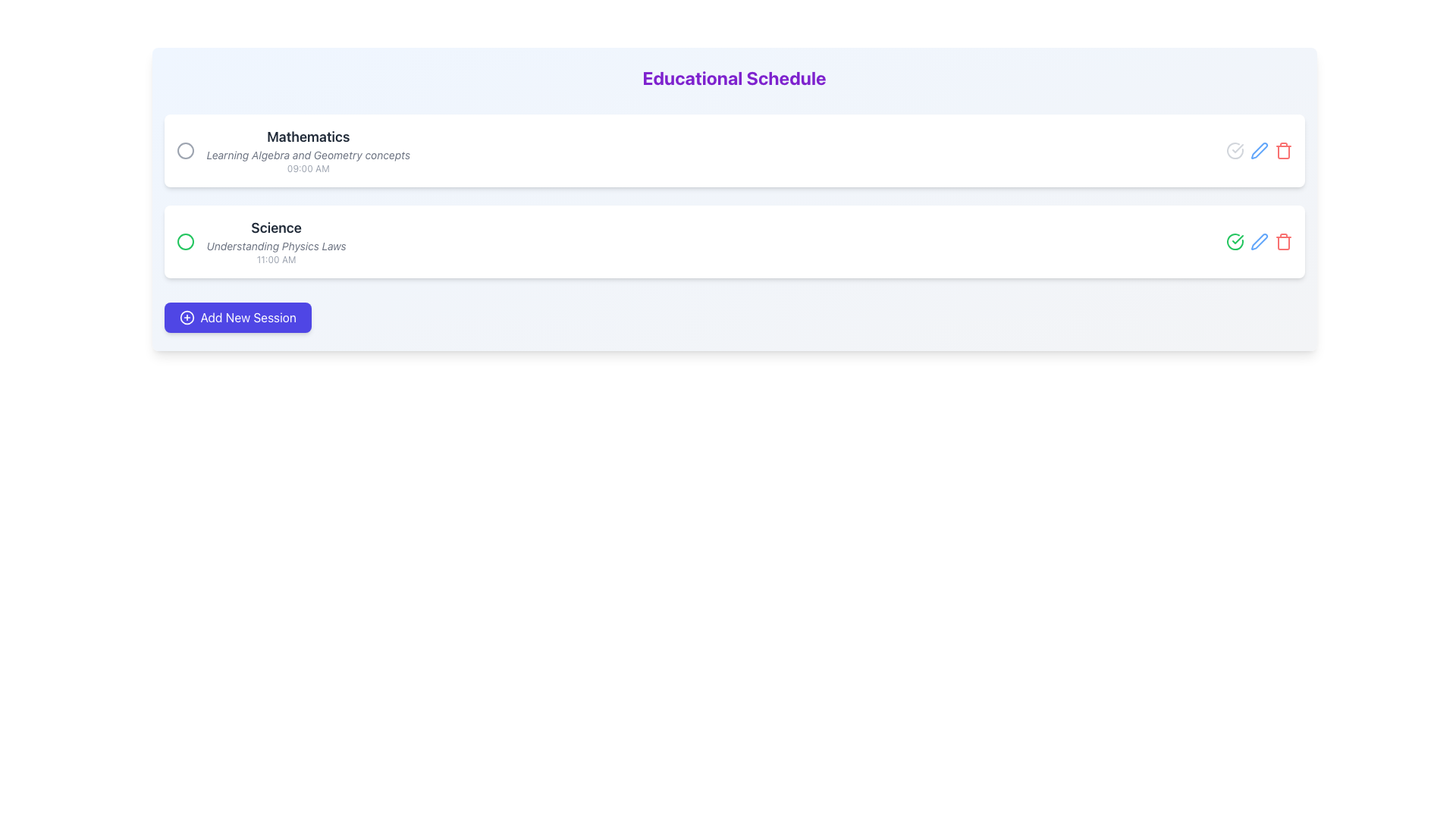 This screenshot has height=819, width=1456. What do you see at coordinates (276, 227) in the screenshot?
I see `the bold text label displaying 'Science' in dark gray font, which is prominently placed in the second item of a vertical list of educational sessions` at bounding box center [276, 227].